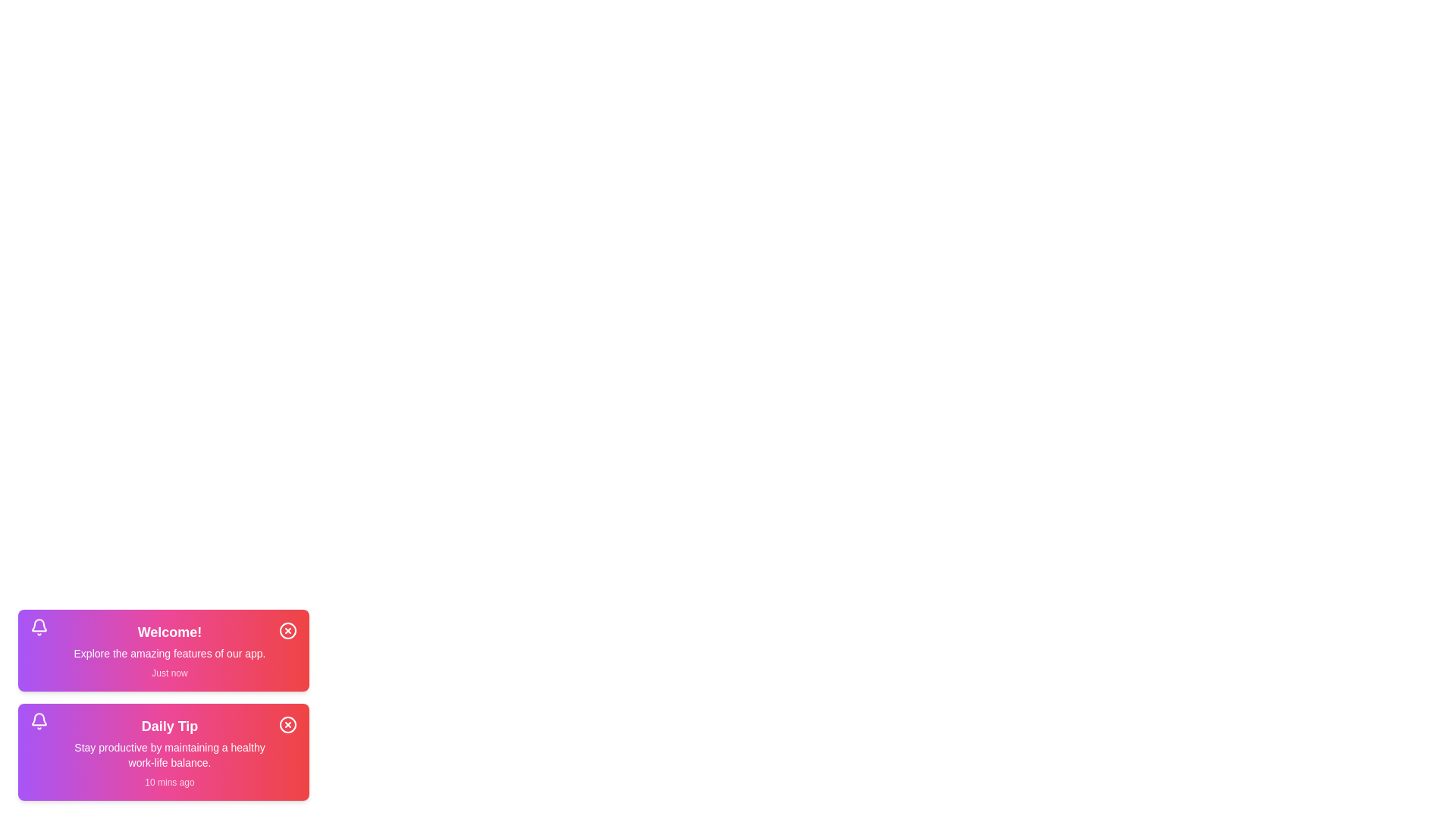  Describe the element at coordinates (164, 752) in the screenshot. I see `the notification titled 'Daily Tip' to read its details` at that location.